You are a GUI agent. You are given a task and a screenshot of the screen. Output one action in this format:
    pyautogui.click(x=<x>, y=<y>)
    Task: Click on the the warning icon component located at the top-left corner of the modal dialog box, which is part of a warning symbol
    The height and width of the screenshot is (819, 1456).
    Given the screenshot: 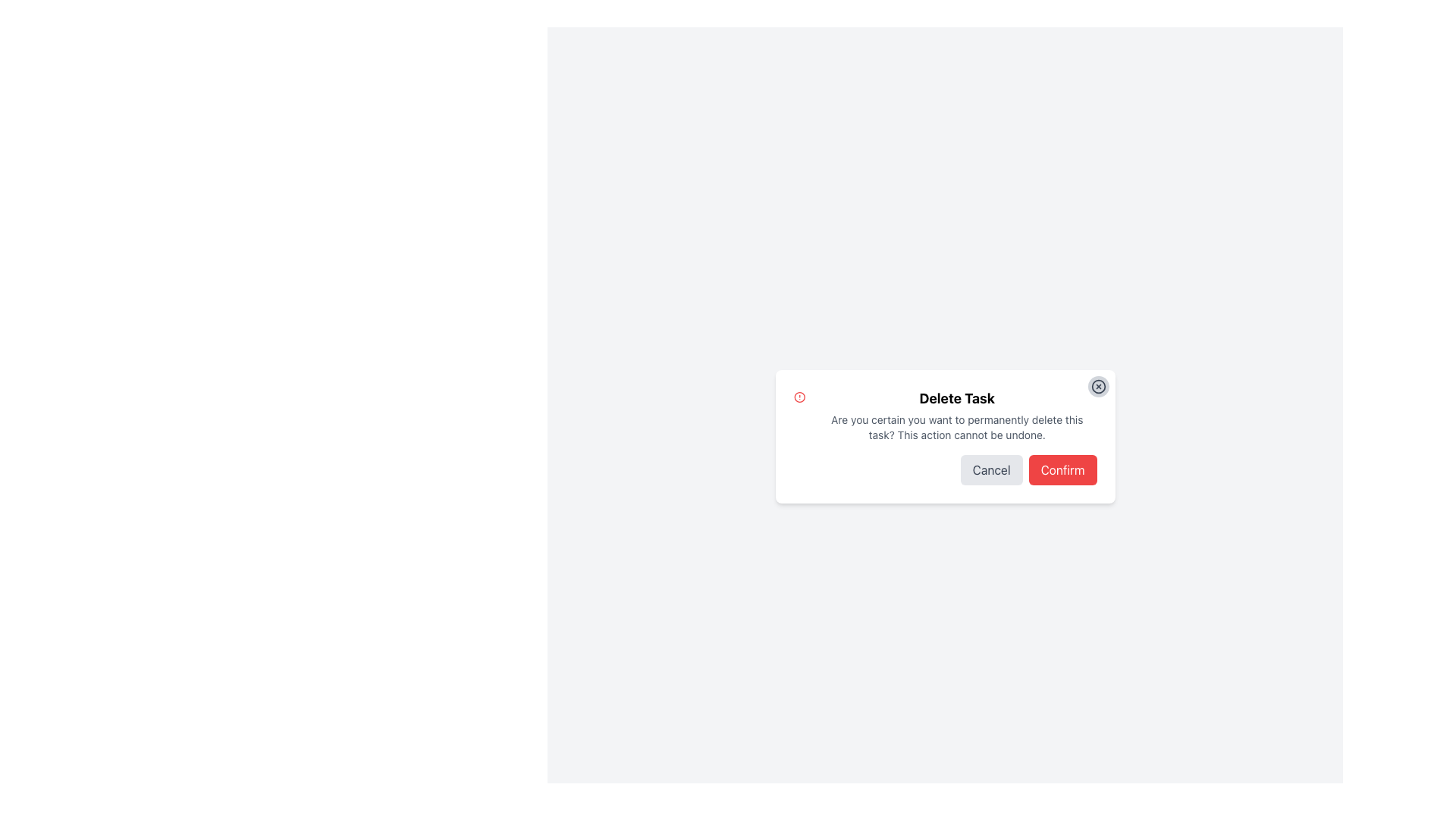 What is the action you would take?
    pyautogui.click(x=799, y=397)
    